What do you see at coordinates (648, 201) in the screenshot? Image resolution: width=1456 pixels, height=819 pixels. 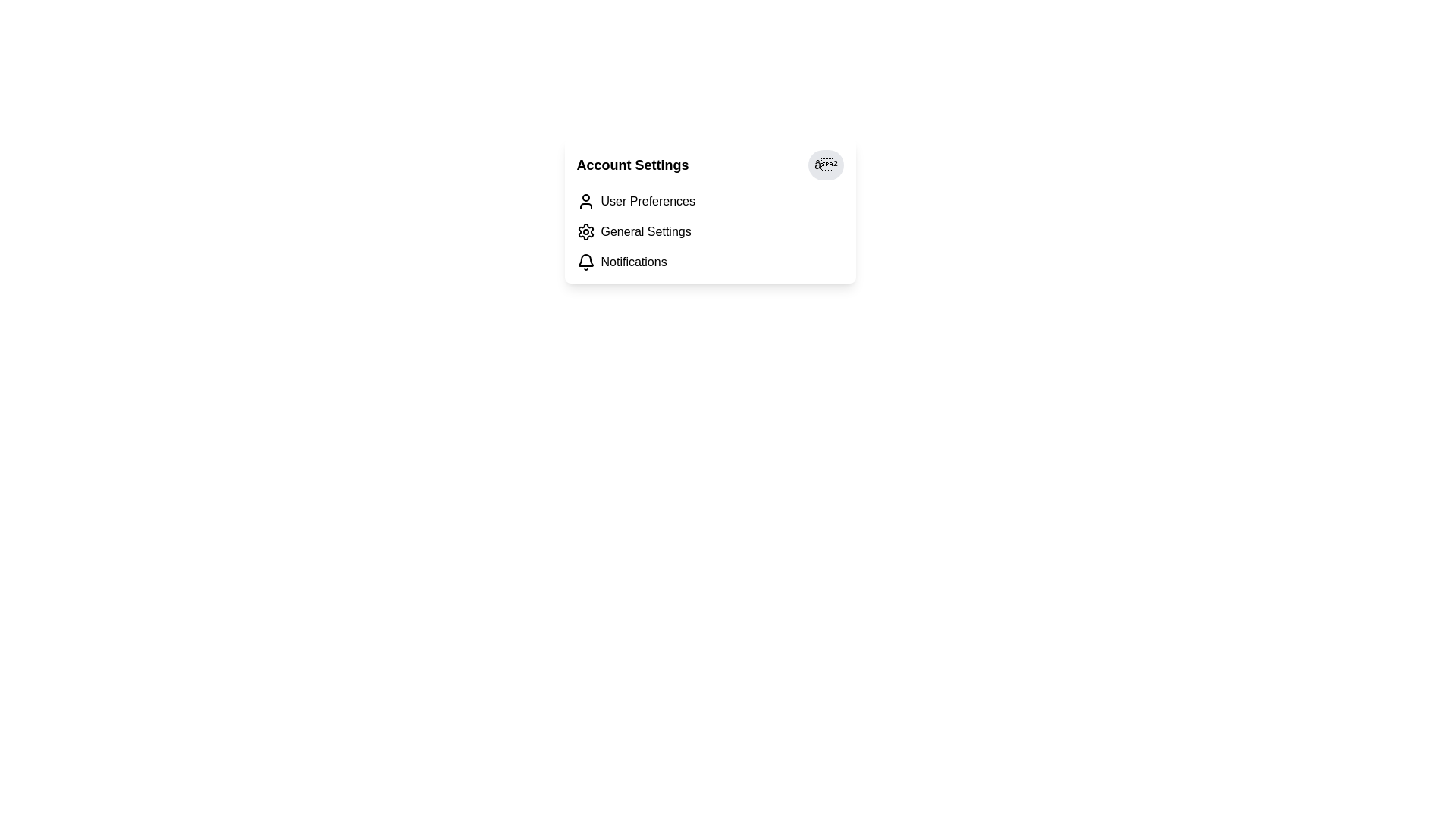 I see `the 'Account Settings' label, which is the first option in the dropdown menu` at bounding box center [648, 201].